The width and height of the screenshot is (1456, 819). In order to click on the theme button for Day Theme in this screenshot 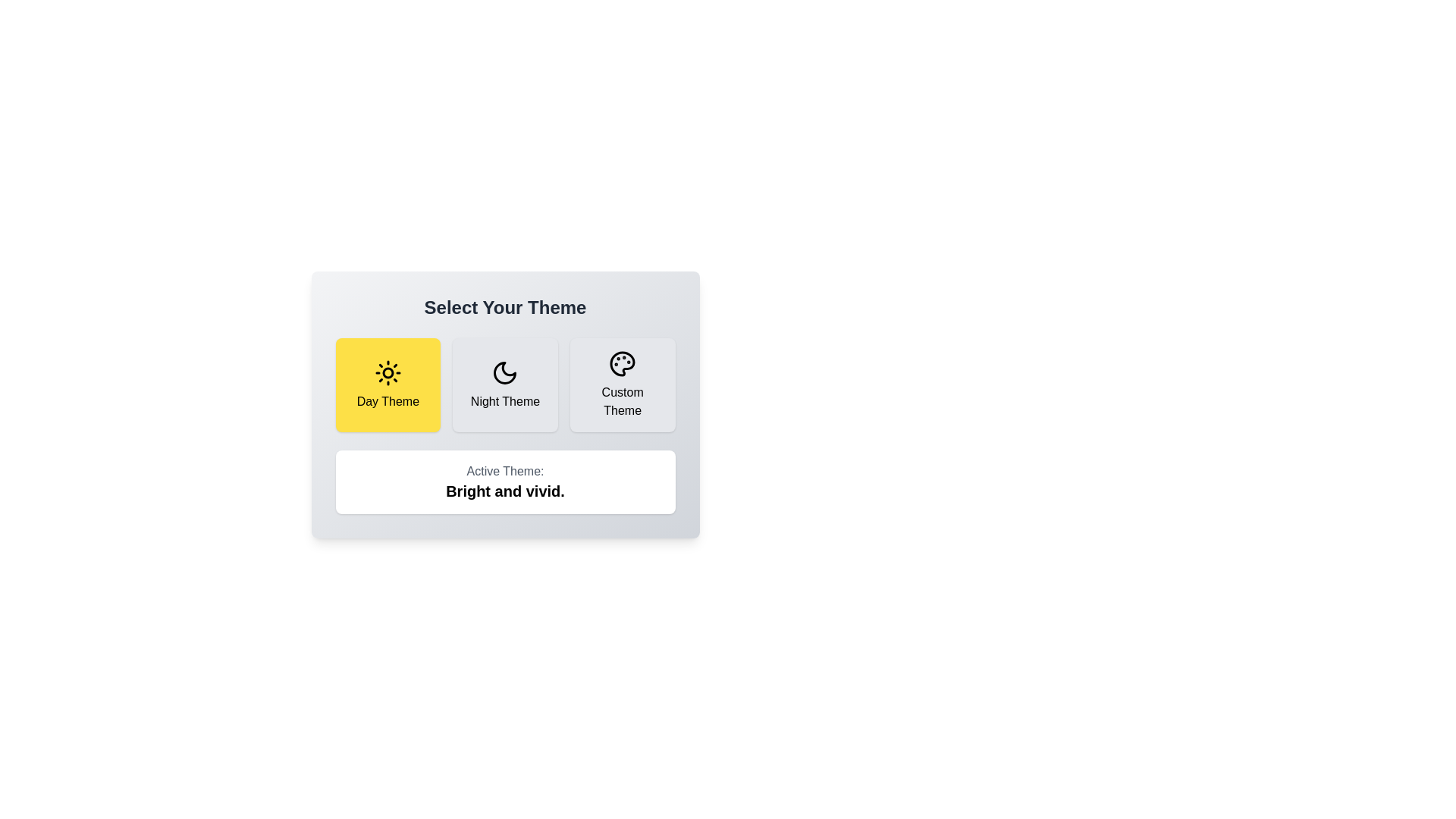, I will do `click(388, 384)`.